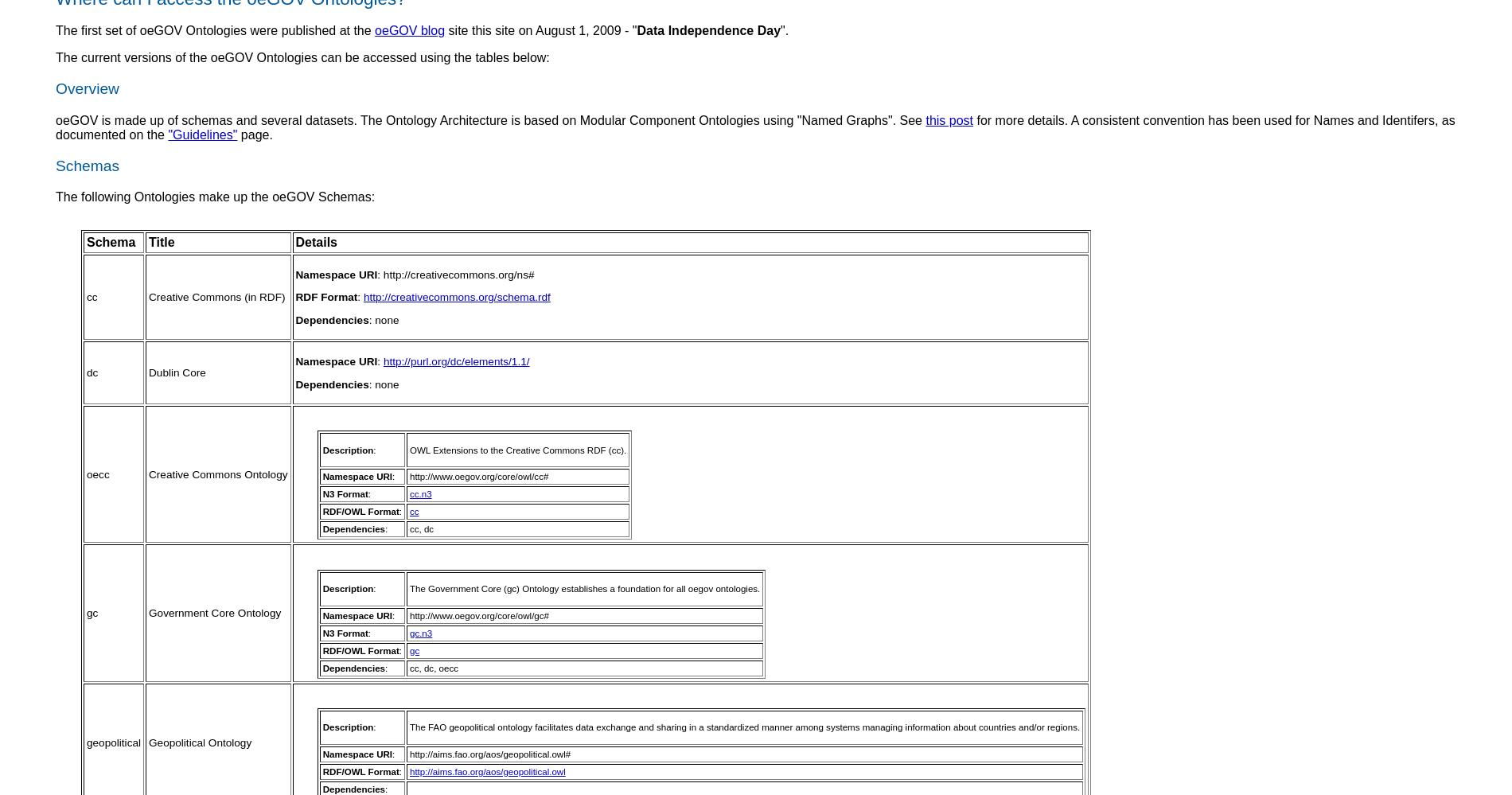 The height and width of the screenshot is (795, 1512). Describe the element at coordinates (420, 633) in the screenshot. I see `'gc.n3'` at that location.